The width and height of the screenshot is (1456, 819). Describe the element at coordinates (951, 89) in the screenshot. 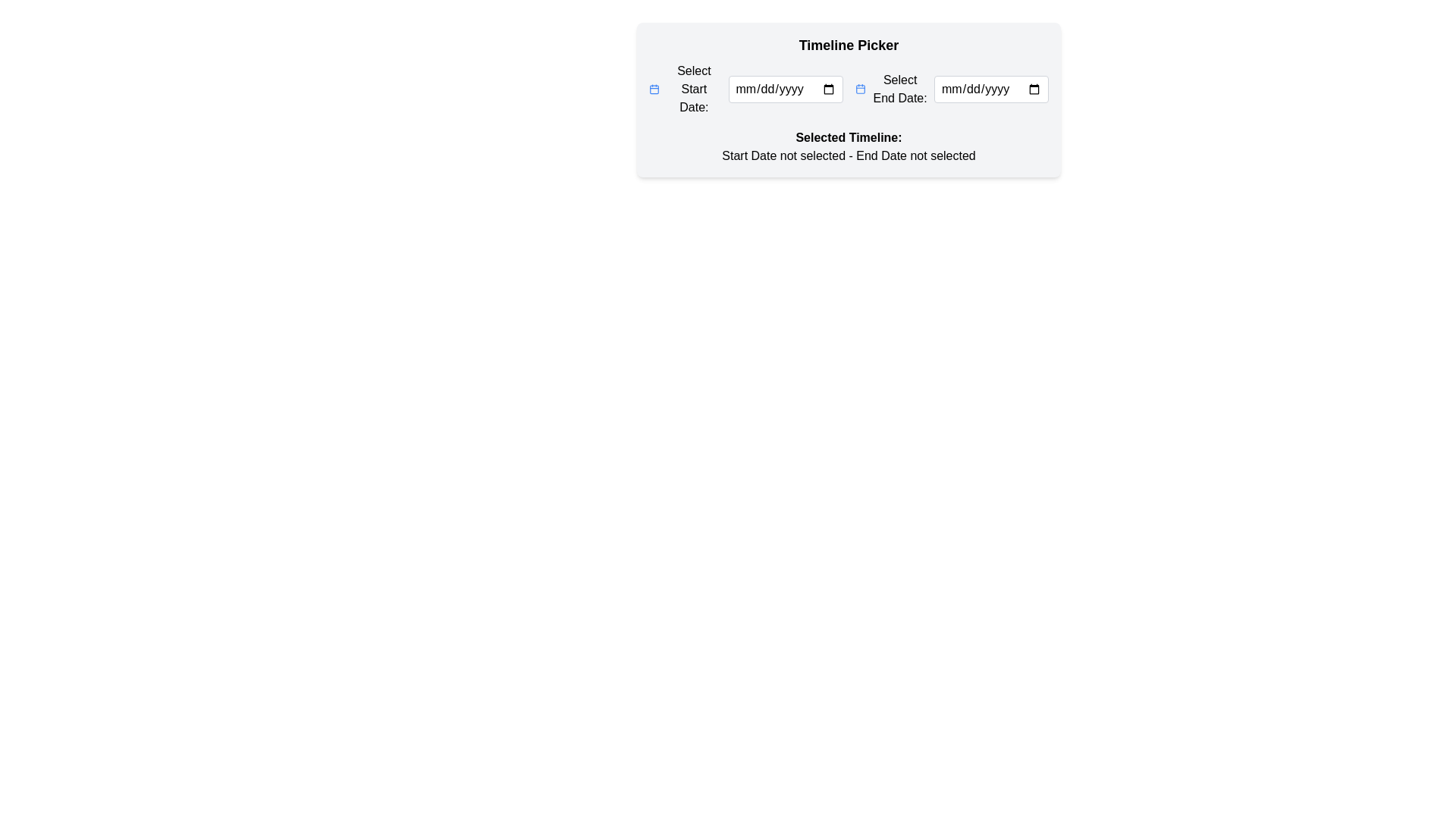

I see `the date selector element, which includes a label, an input field, and an icon` at that location.